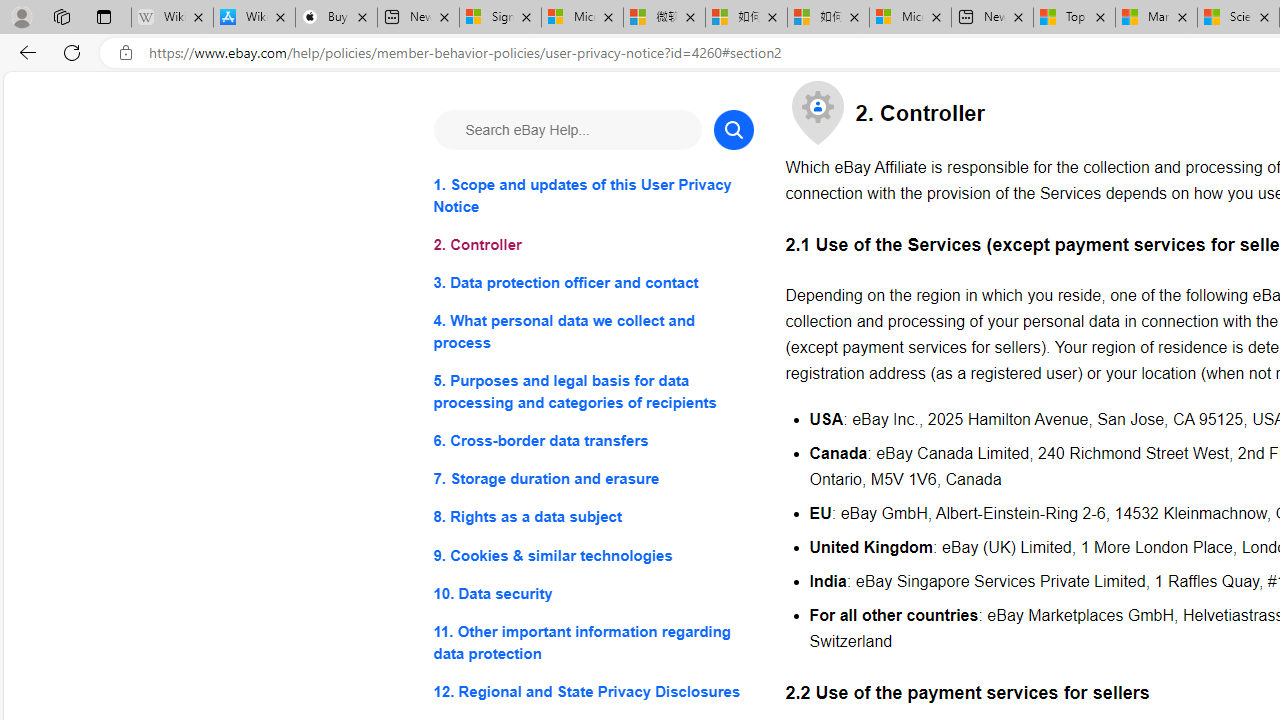  Describe the element at coordinates (1263, 17) in the screenshot. I see `'Close tab'` at that location.